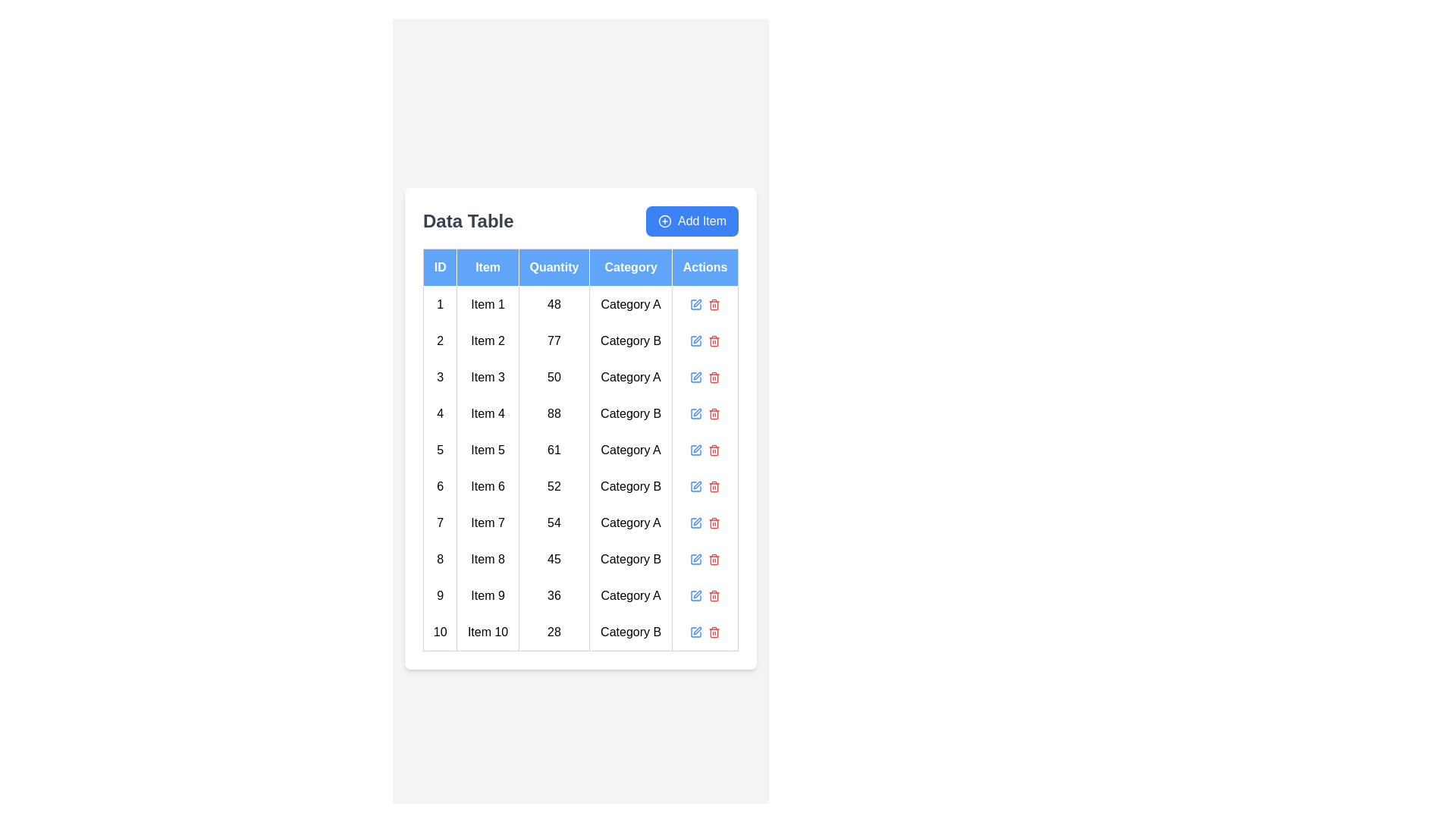 Image resolution: width=1456 pixels, height=819 pixels. I want to click on the table cell displaying the quantity value for 'Item 4' in the fourth row under the 'Quantity' column, so click(553, 413).